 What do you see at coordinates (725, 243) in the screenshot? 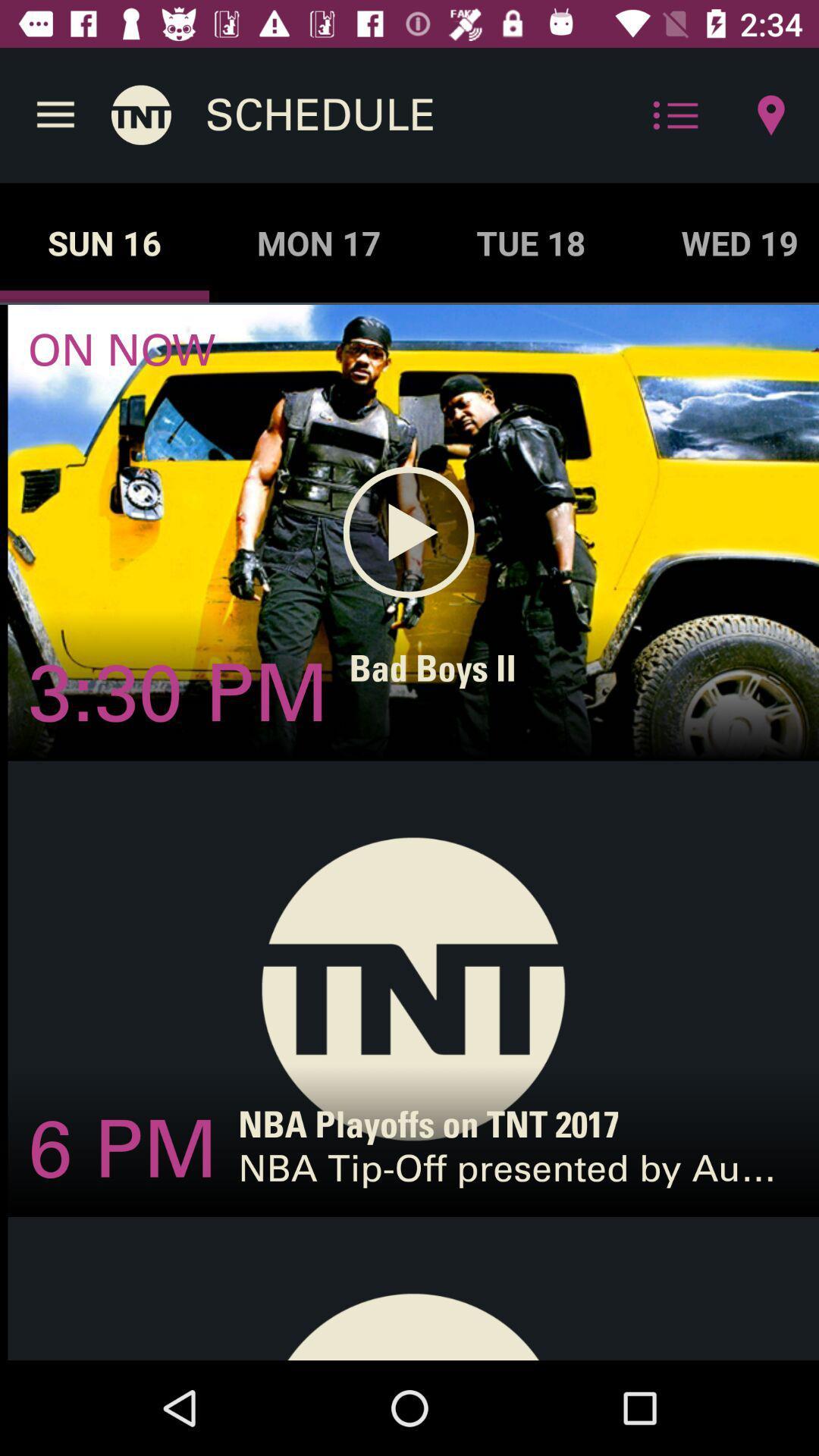
I see `wed 19` at bounding box center [725, 243].